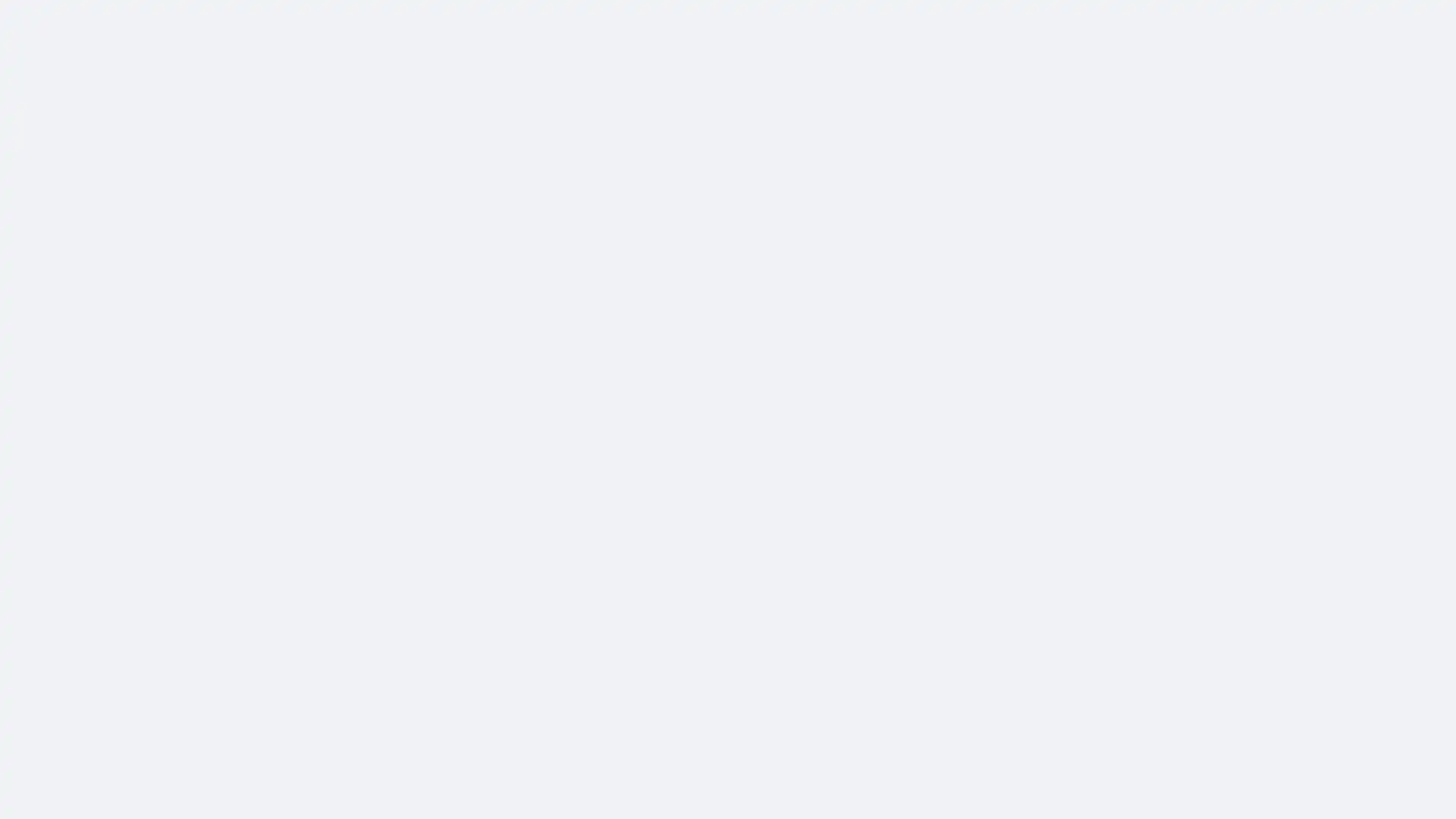  Describe the element at coordinates (870, 590) in the screenshot. I see `Comment` at that location.